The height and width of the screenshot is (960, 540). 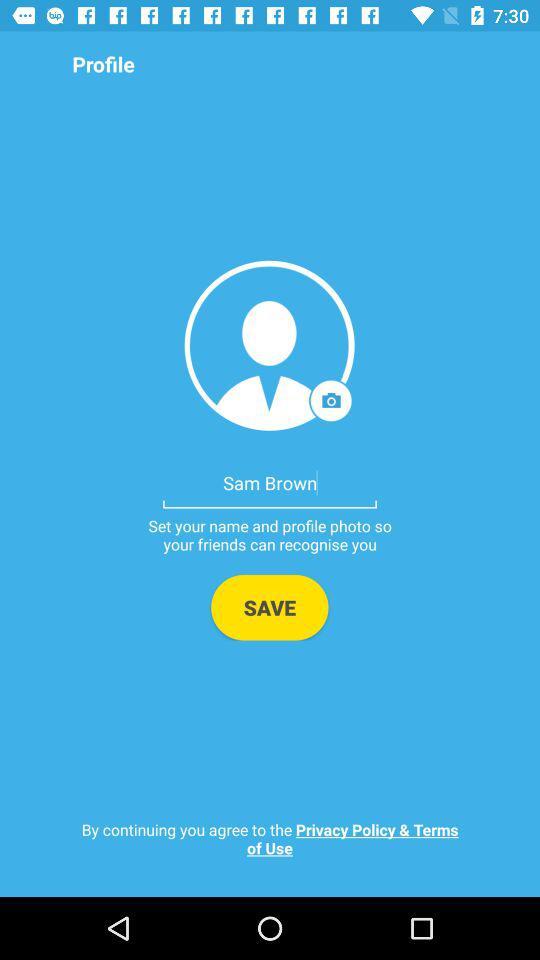 What do you see at coordinates (270, 481) in the screenshot?
I see `sam brown` at bounding box center [270, 481].